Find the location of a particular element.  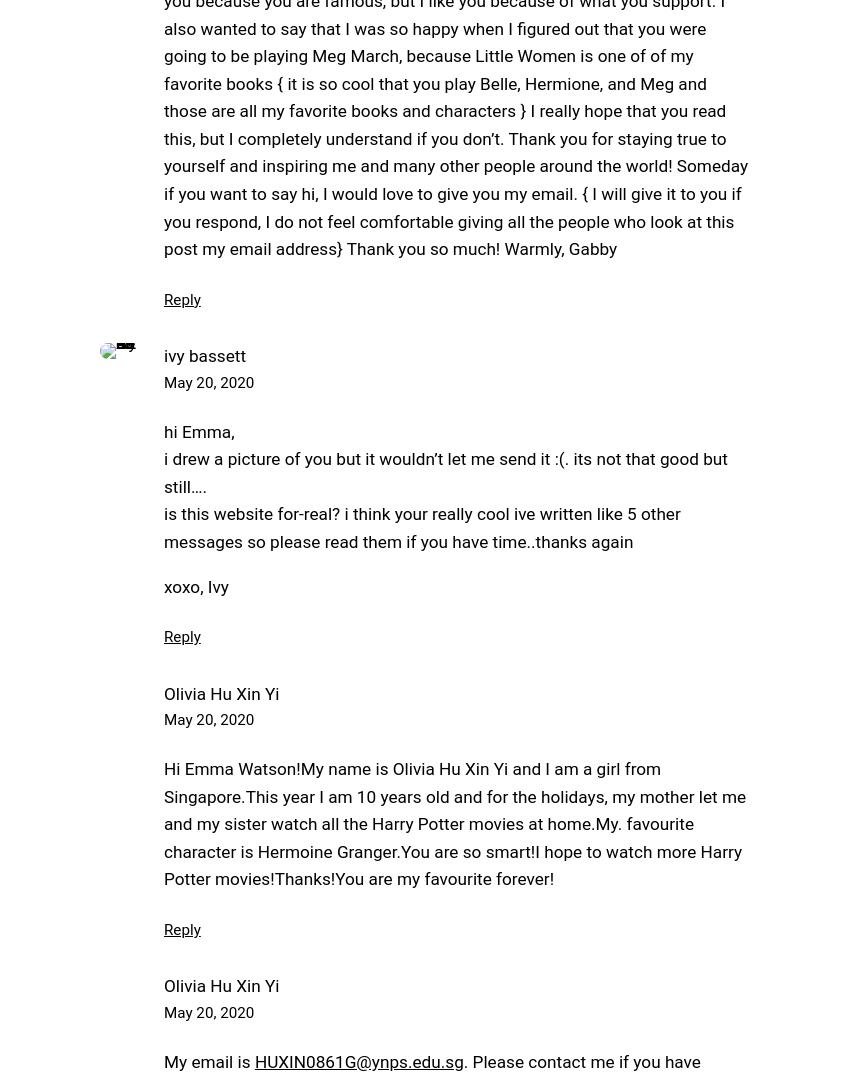

'My email is' is located at coordinates (208, 1061).